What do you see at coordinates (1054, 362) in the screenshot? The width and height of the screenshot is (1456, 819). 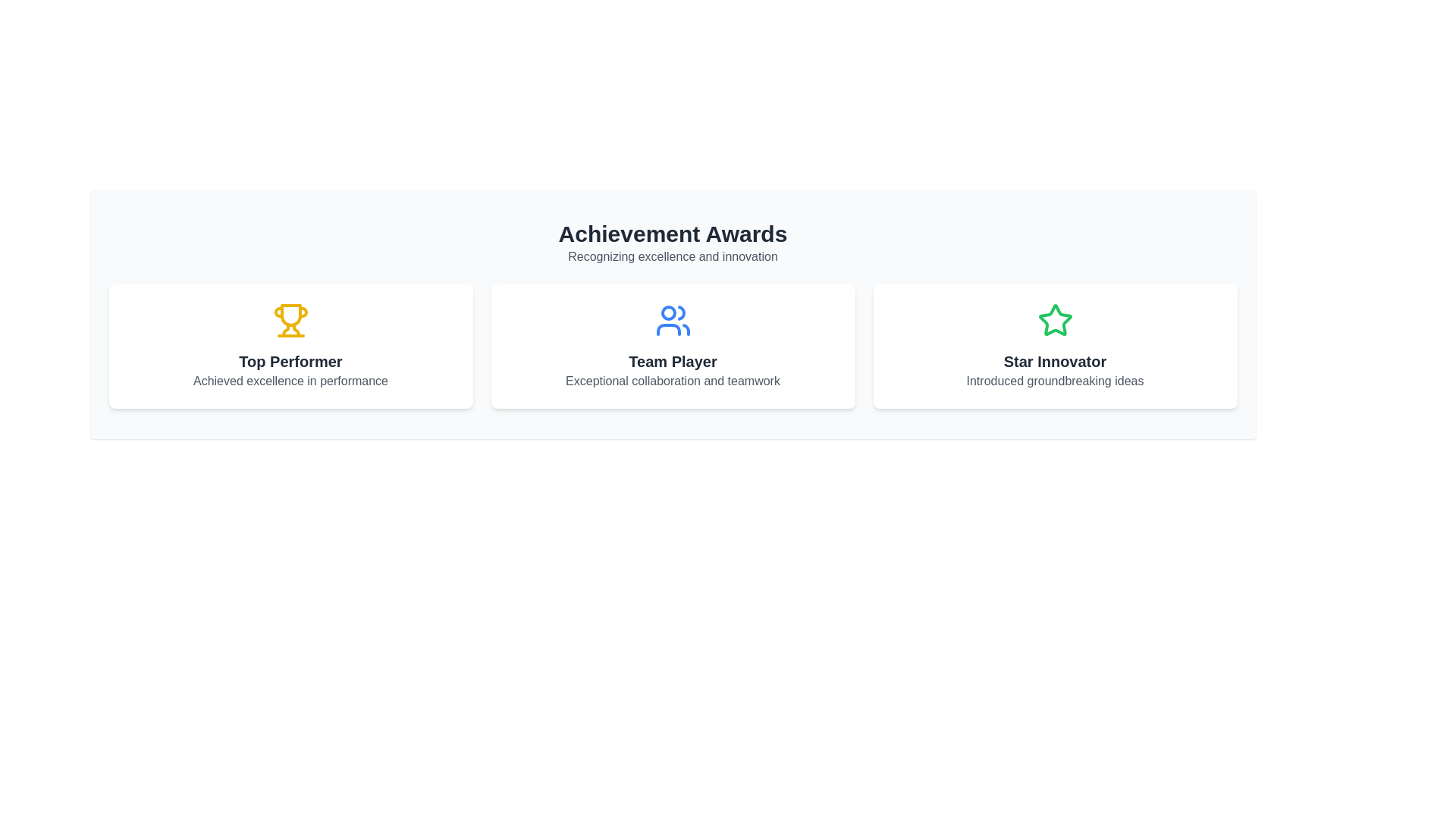 I see `the bold, large-sized text label displaying 'Star Innovator' located at the top-center of the rightmost card in the 'Achievement Awards' section` at bounding box center [1054, 362].